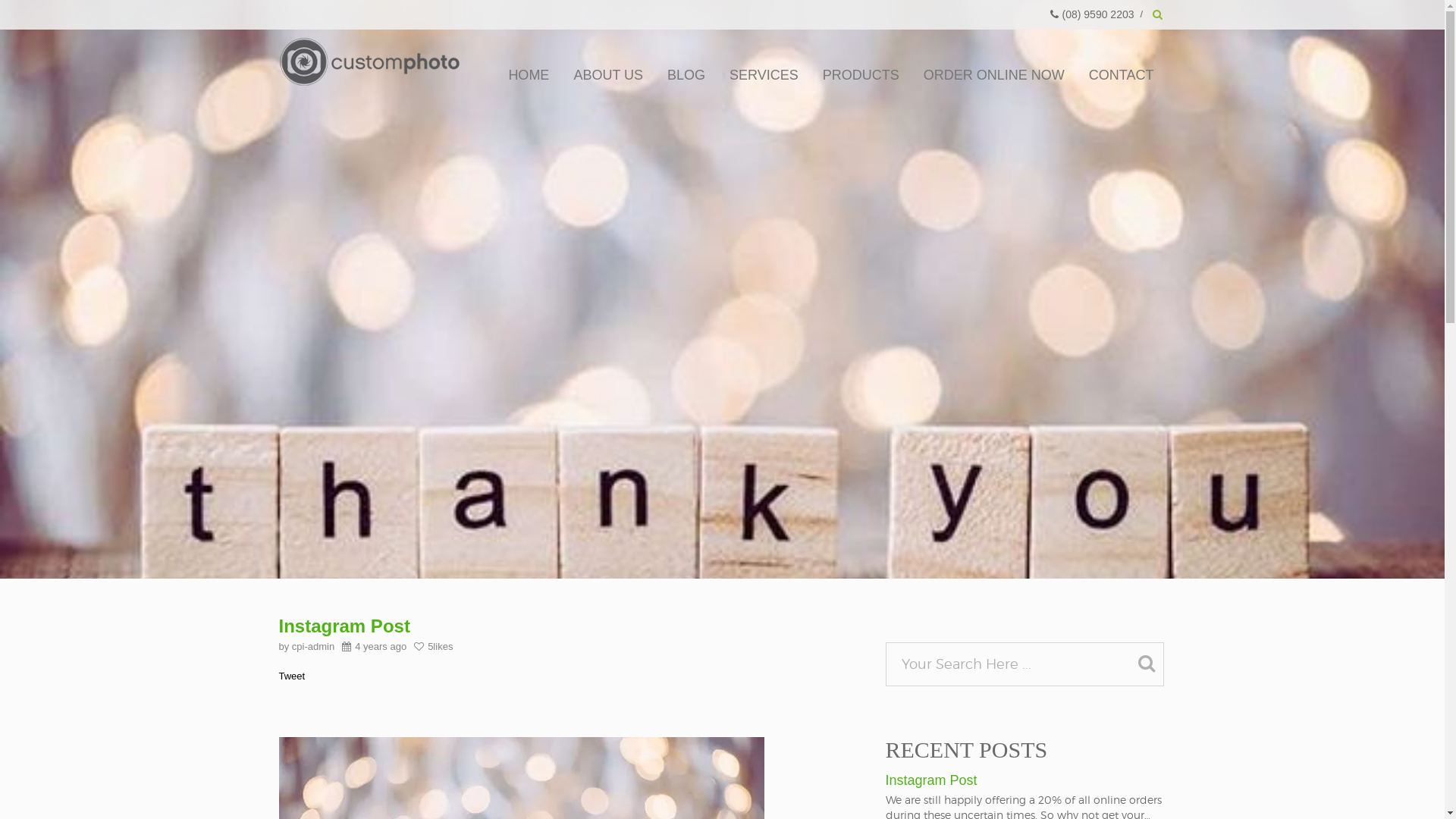 This screenshot has height=819, width=1456. Describe the element at coordinates (1121, 75) in the screenshot. I see `'CONTACT'` at that location.